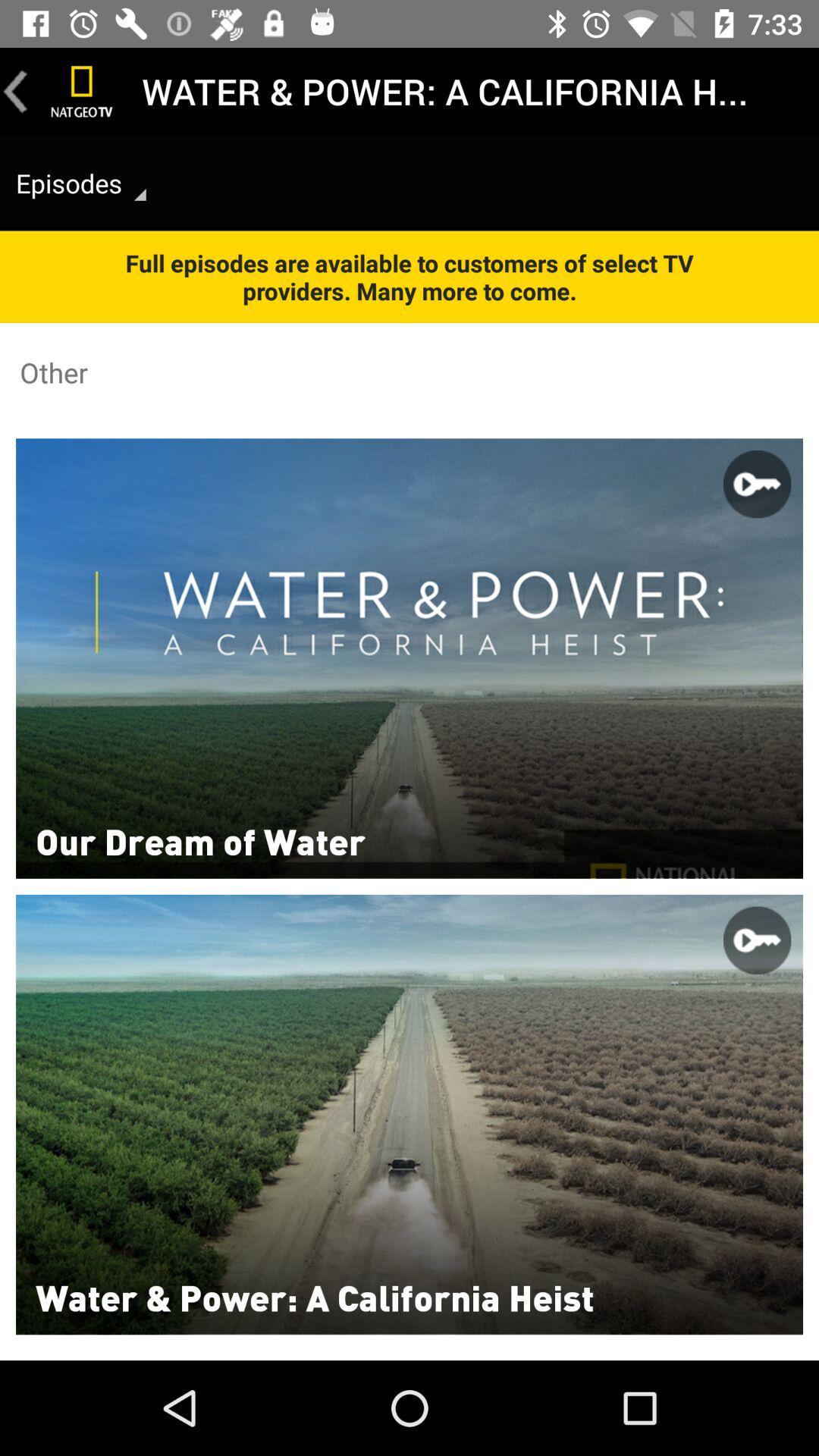  I want to click on the icon above episodes icon, so click(82, 90).